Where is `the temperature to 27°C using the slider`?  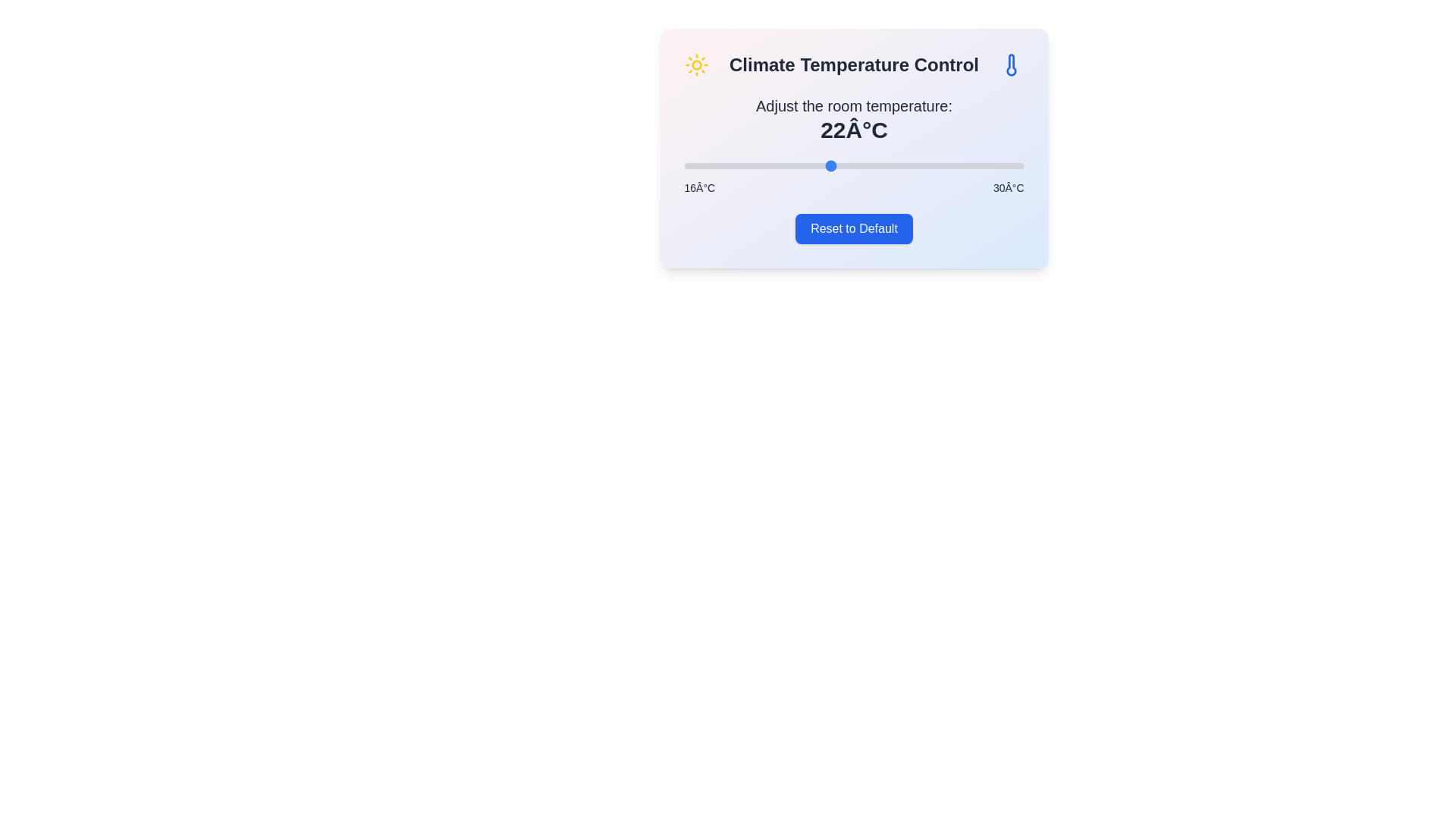
the temperature to 27°C using the slider is located at coordinates (950, 166).